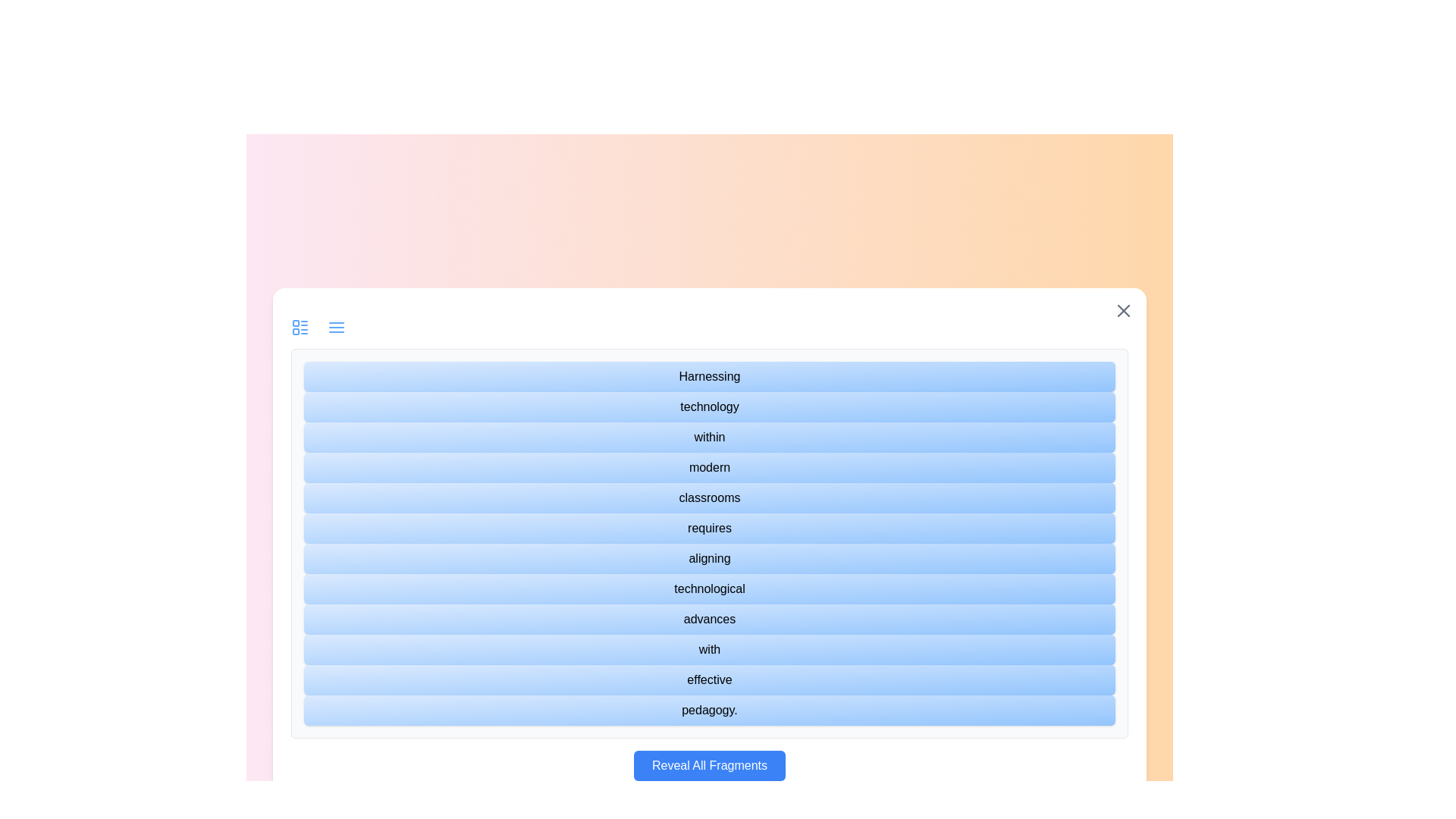 The height and width of the screenshot is (819, 1456). I want to click on close button to hide the component, so click(1124, 309).